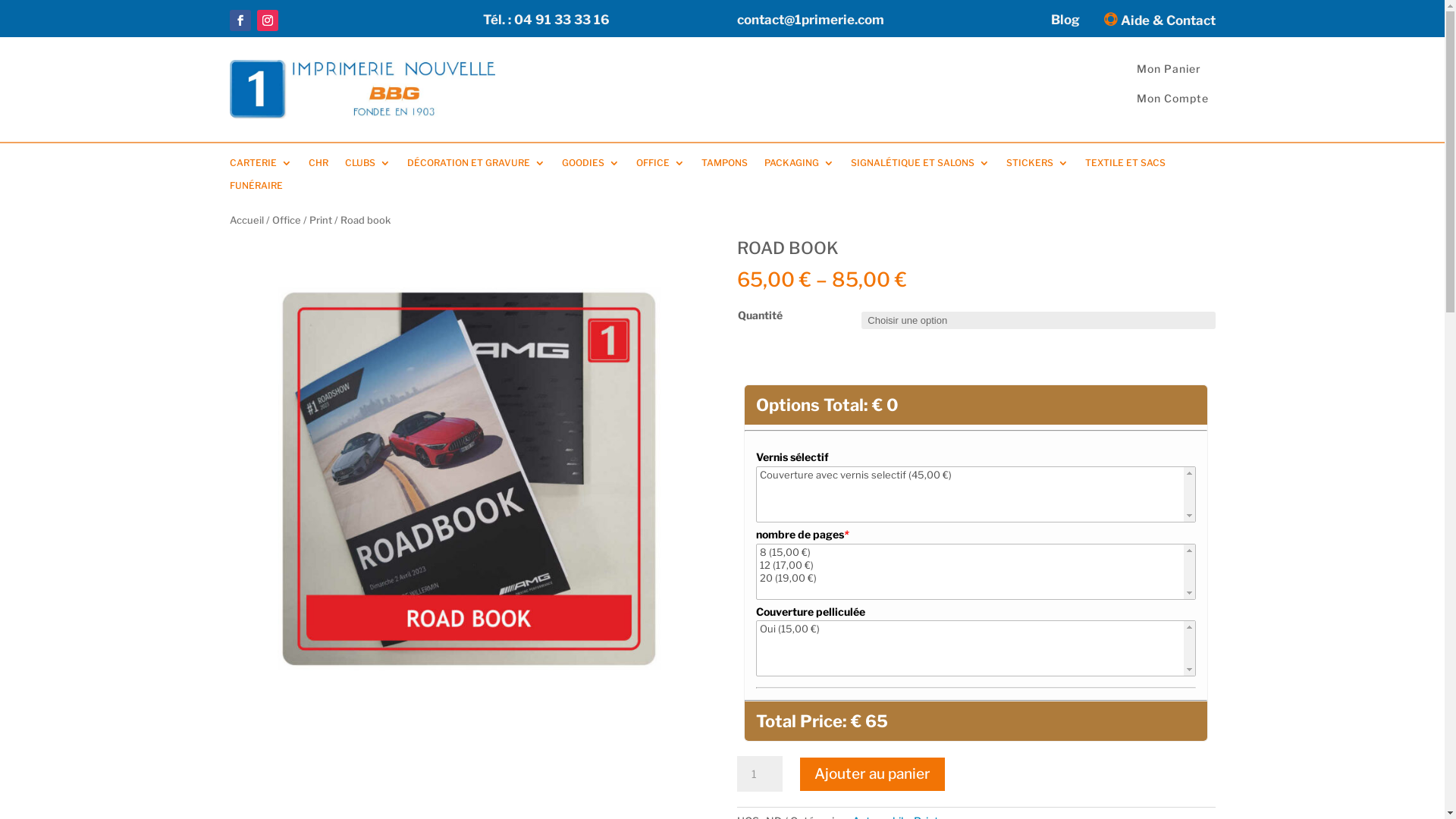 The height and width of the screenshot is (819, 1456). I want to click on 'Blog', so click(1065, 23).